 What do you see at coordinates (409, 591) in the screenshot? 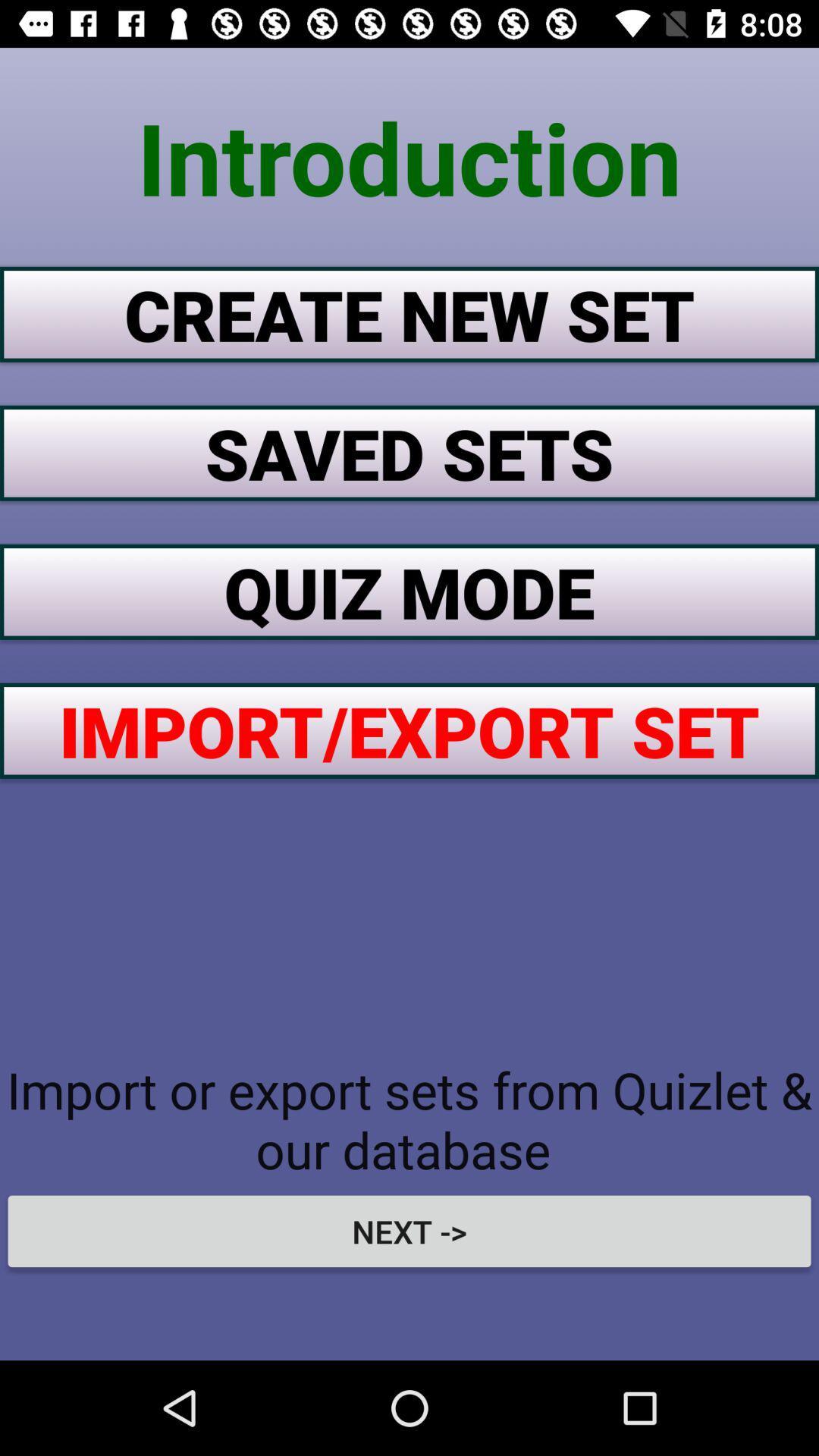
I see `quiz mode button` at bounding box center [409, 591].